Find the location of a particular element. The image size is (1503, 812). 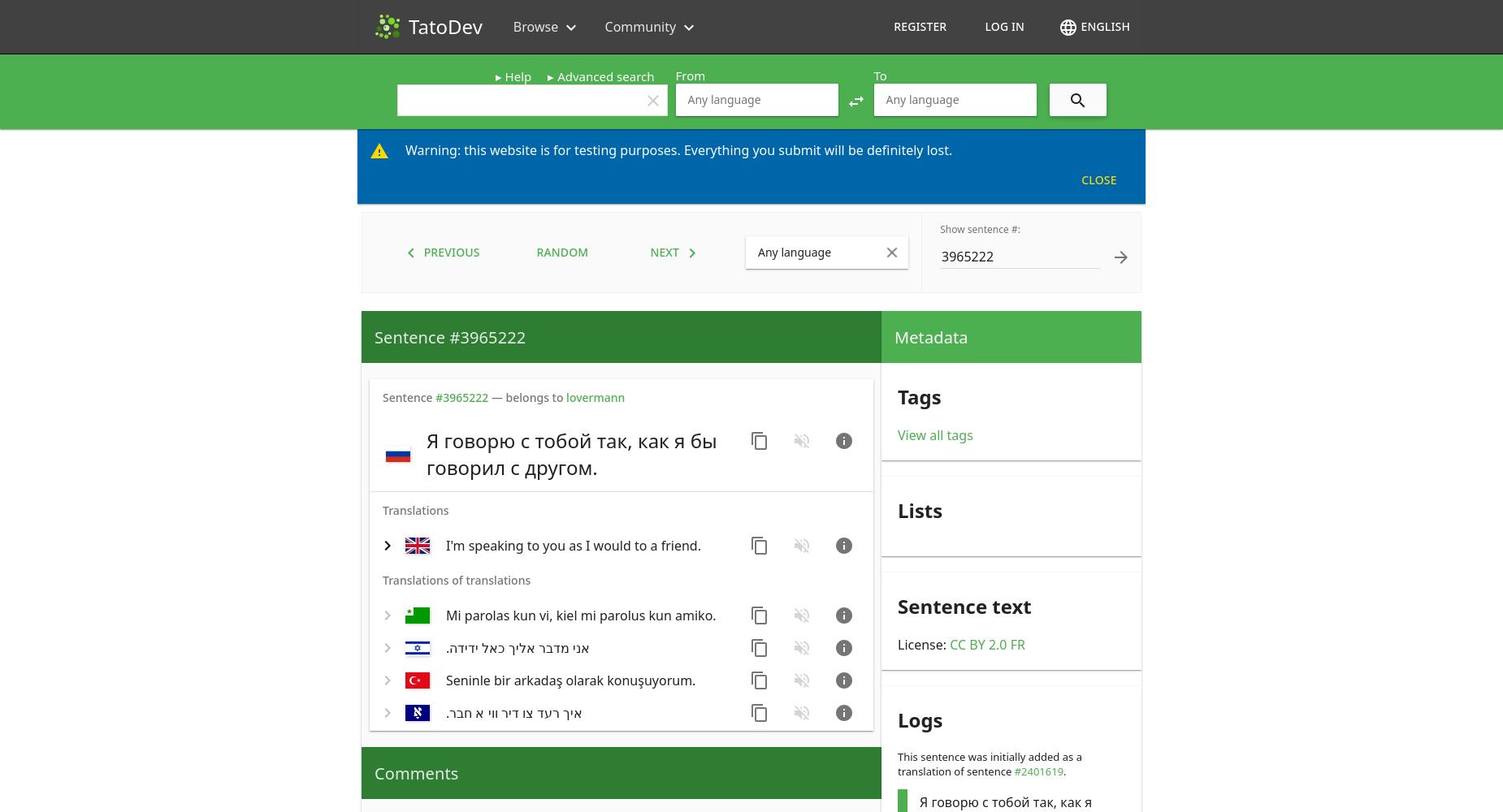

'search' is located at coordinates (1076, 100).